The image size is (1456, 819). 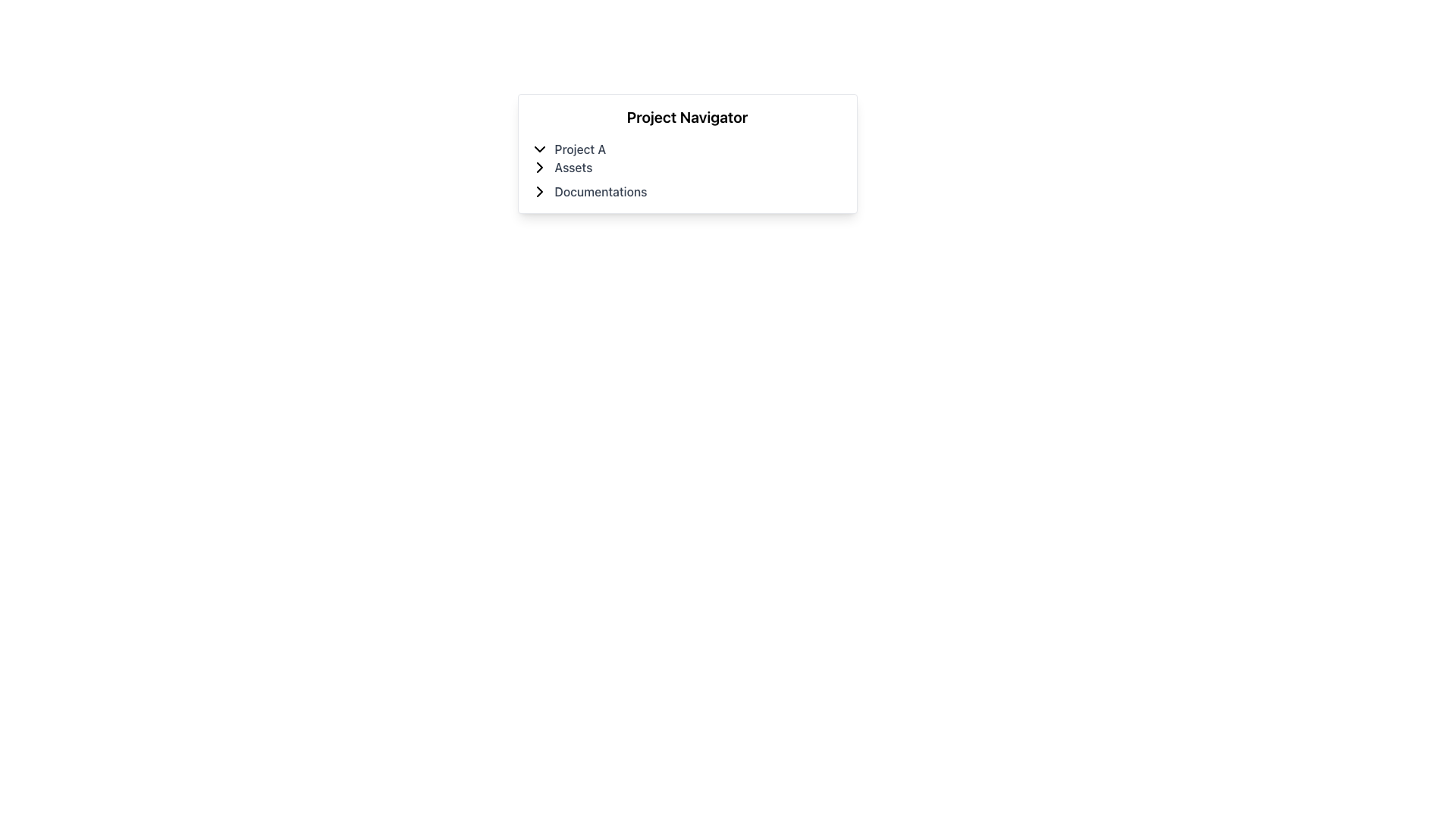 I want to click on the navigation item labeled 'Documentations' under 'Project A', so click(x=686, y=191).